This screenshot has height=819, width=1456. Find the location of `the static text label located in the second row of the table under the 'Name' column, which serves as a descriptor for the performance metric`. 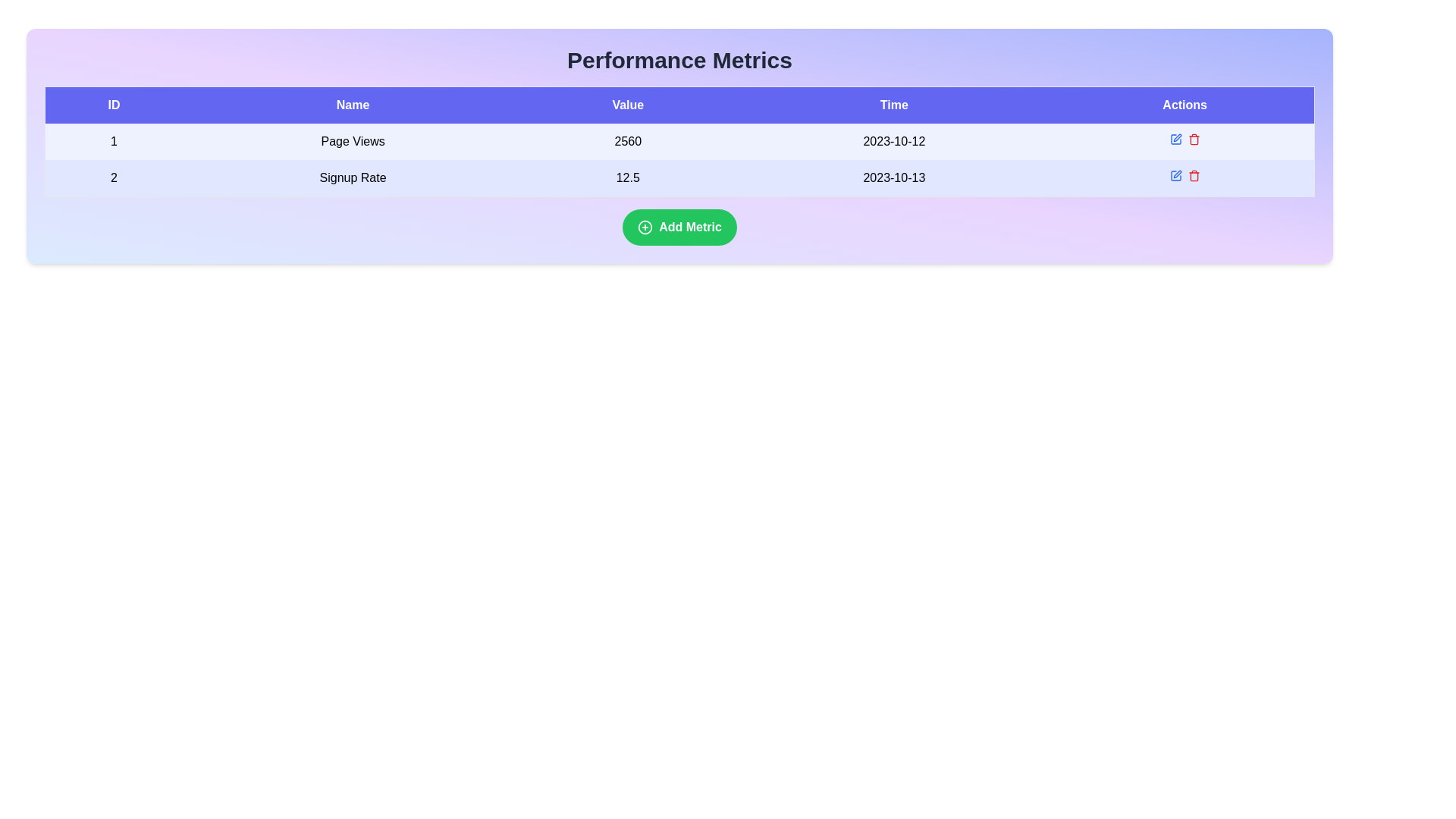

the static text label located in the second row of the table under the 'Name' column, which serves as a descriptor for the performance metric is located at coordinates (352, 177).